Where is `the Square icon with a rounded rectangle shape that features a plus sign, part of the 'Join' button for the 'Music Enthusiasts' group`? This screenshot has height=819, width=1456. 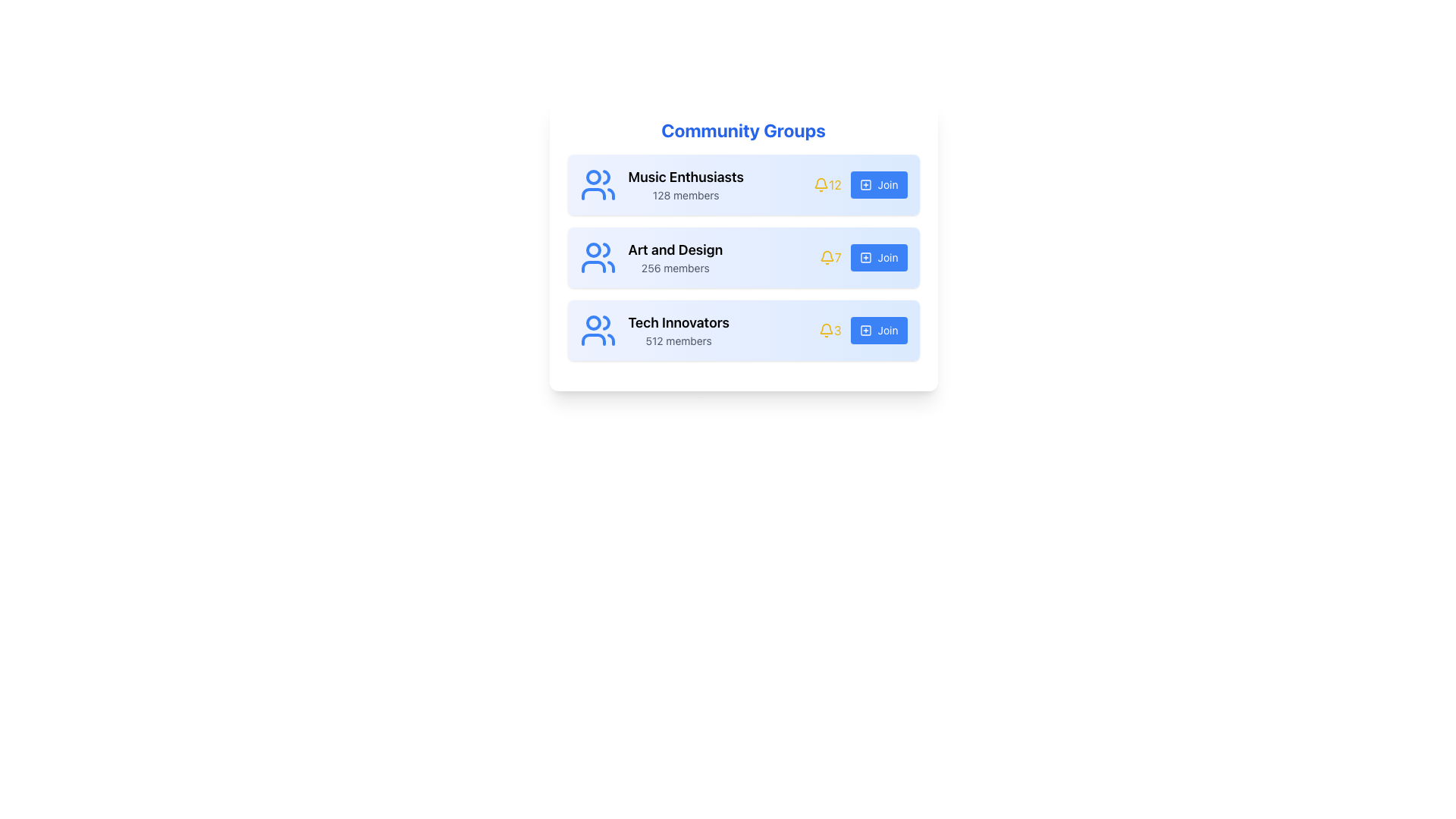 the Square icon with a rounded rectangle shape that features a plus sign, part of the 'Join' button for the 'Music Enthusiasts' group is located at coordinates (865, 184).